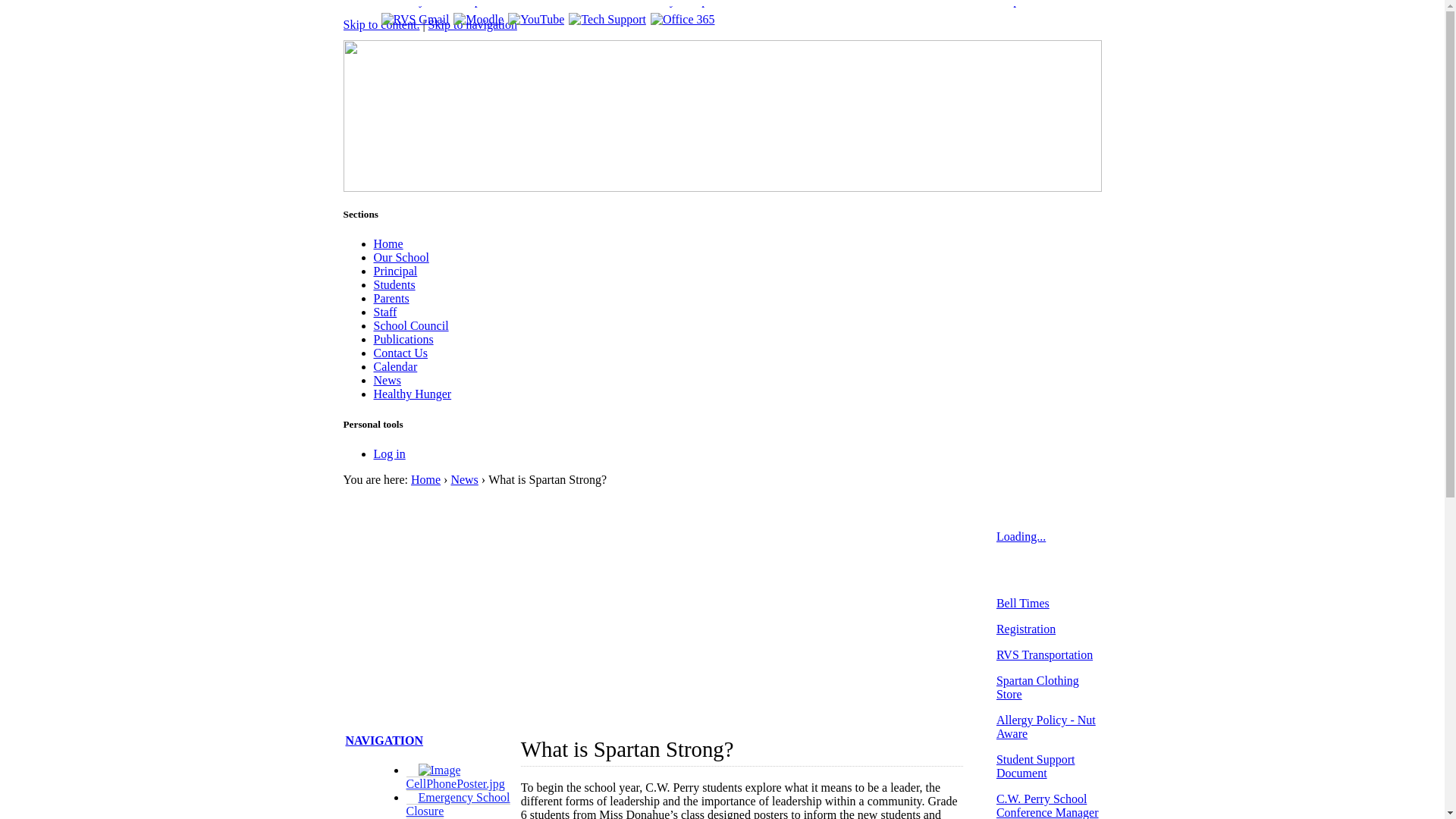 This screenshot has width=1456, height=819. I want to click on 'Registration', so click(1026, 629).